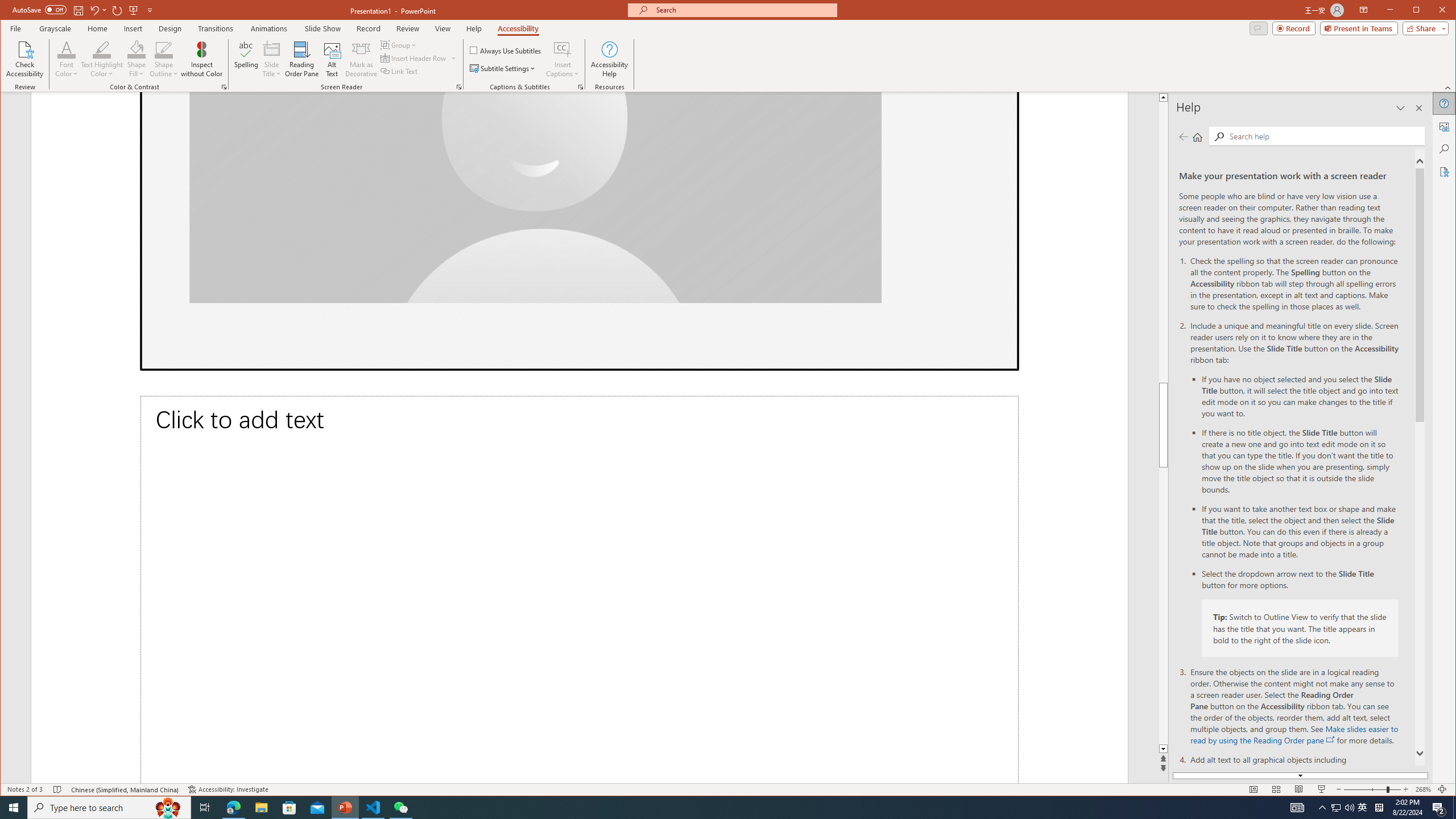  What do you see at coordinates (401, 806) in the screenshot?
I see `'WeChat - 1 running window'` at bounding box center [401, 806].